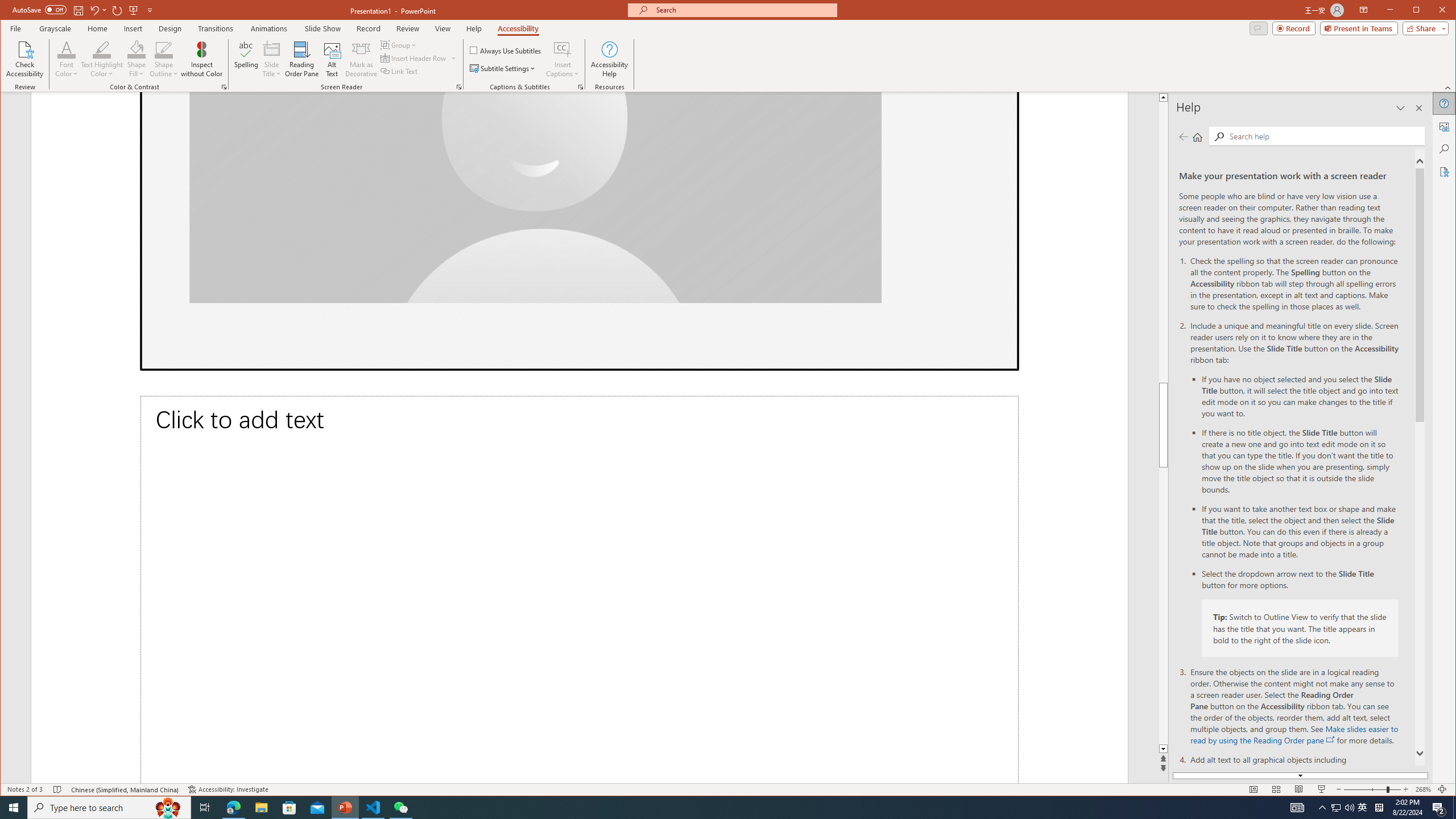  What do you see at coordinates (401, 806) in the screenshot?
I see `'WeChat - 1 running window'` at bounding box center [401, 806].